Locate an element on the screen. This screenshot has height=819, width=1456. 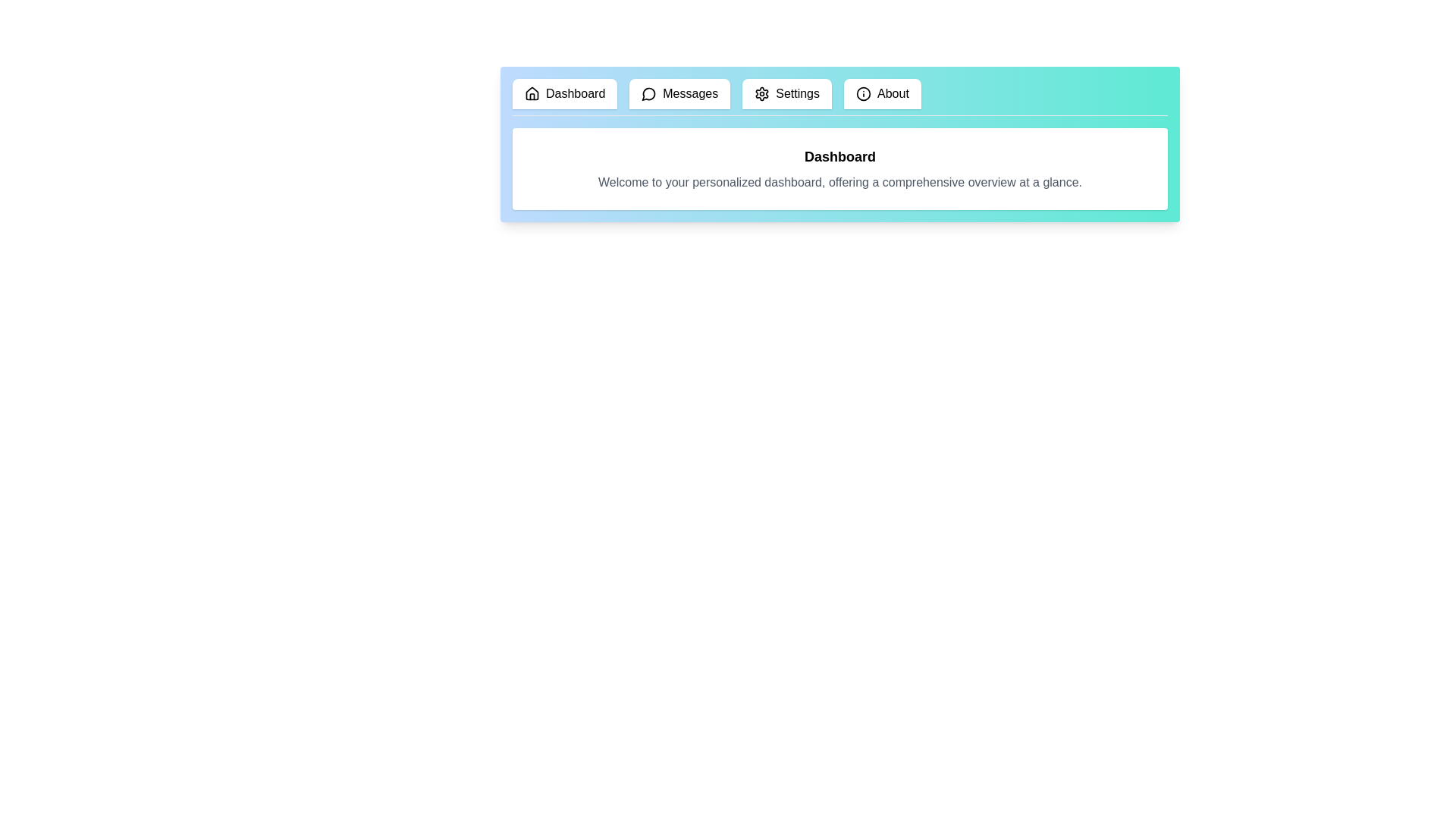
the Messages tab to view its content is located at coordinates (679, 93).